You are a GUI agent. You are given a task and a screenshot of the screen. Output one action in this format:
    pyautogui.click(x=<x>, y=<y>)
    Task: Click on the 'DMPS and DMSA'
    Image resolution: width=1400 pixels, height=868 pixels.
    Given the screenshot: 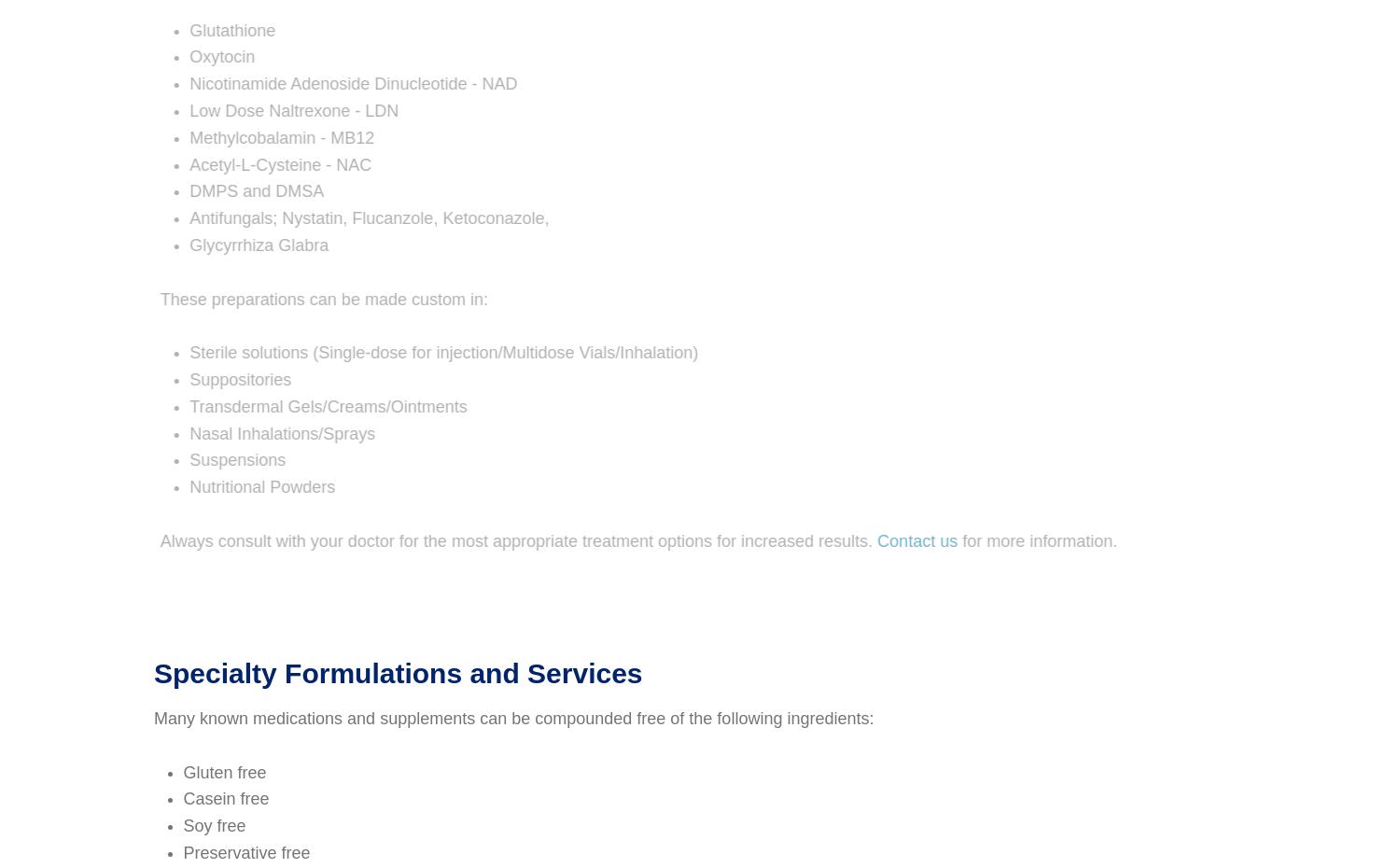 What is the action you would take?
    pyautogui.click(x=236, y=189)
    